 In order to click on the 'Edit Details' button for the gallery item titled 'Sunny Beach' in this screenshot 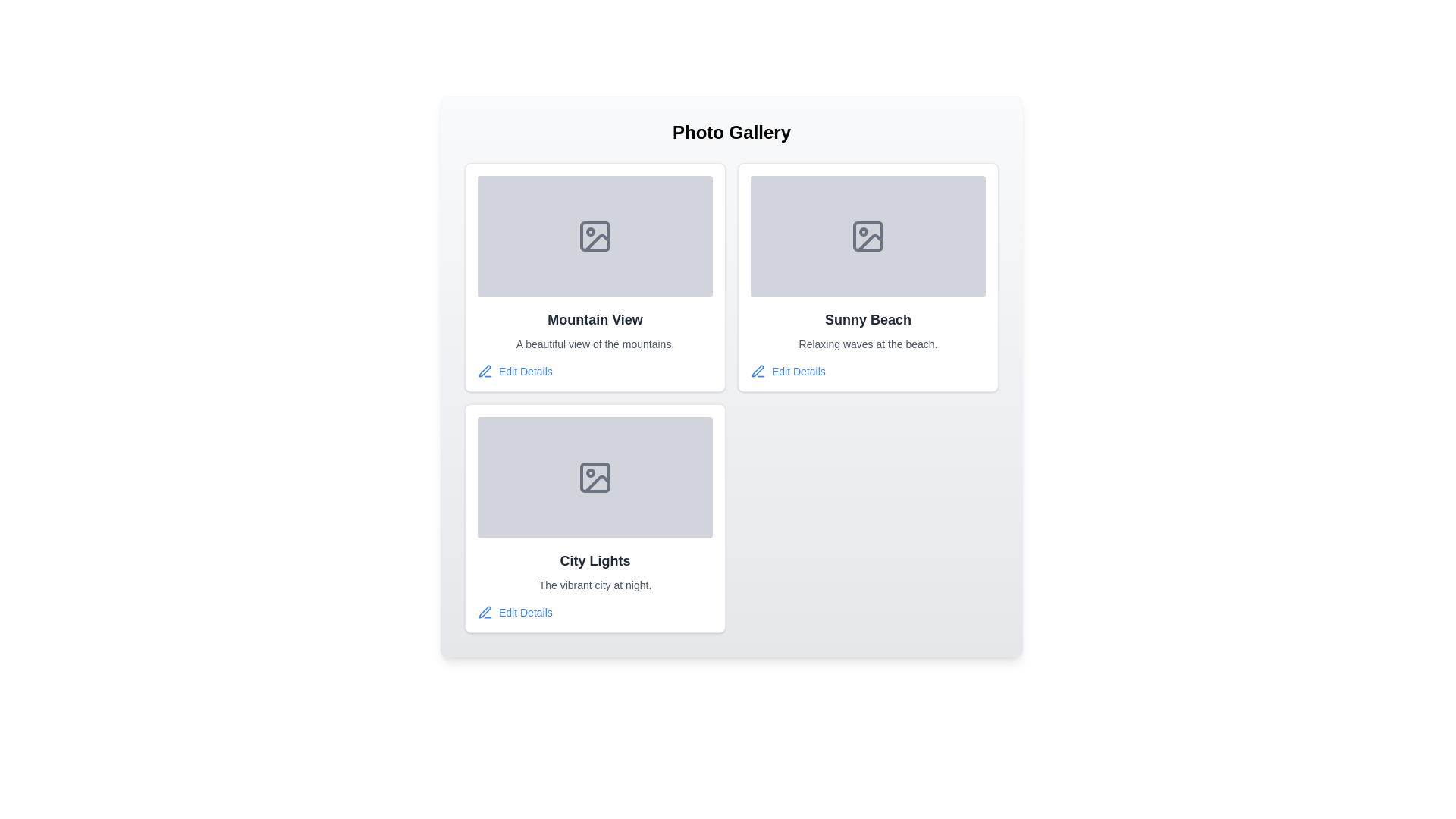, I will do `click(787, 371)`.